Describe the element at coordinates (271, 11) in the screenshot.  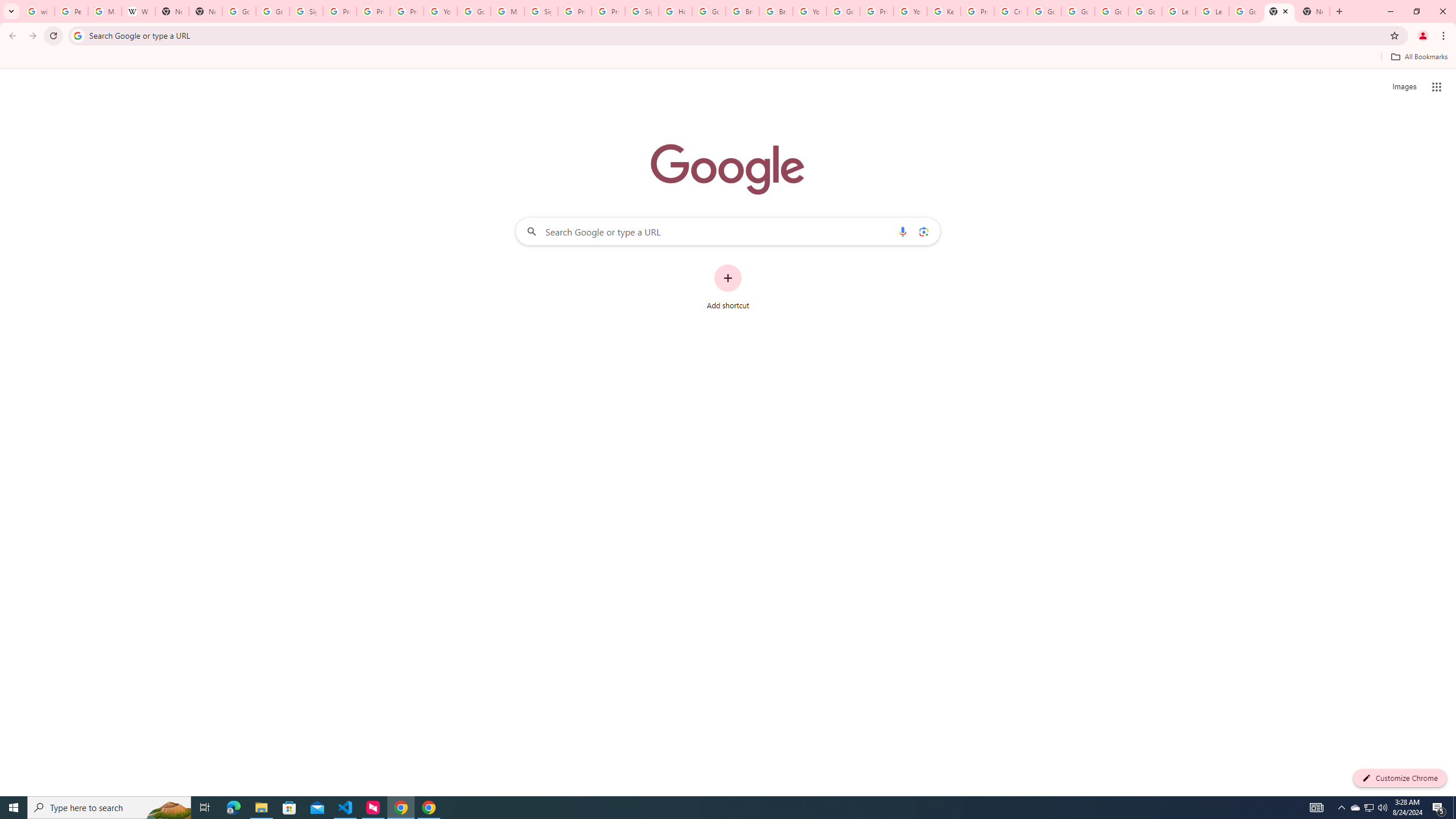
I see `'Google Drive: Sign-in'` at that location.